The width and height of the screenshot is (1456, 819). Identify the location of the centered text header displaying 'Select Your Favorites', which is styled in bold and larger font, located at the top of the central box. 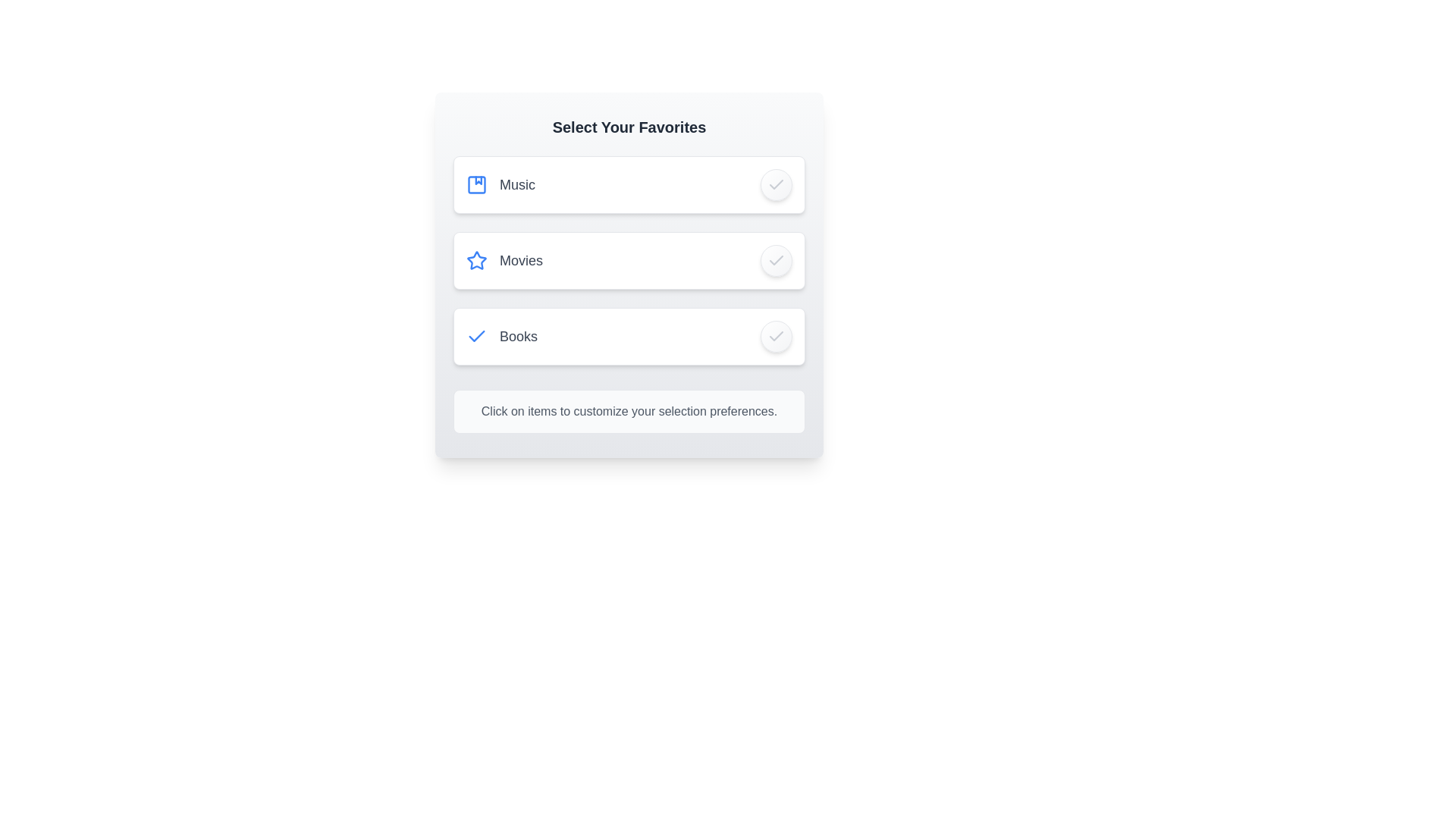
(629, 127).